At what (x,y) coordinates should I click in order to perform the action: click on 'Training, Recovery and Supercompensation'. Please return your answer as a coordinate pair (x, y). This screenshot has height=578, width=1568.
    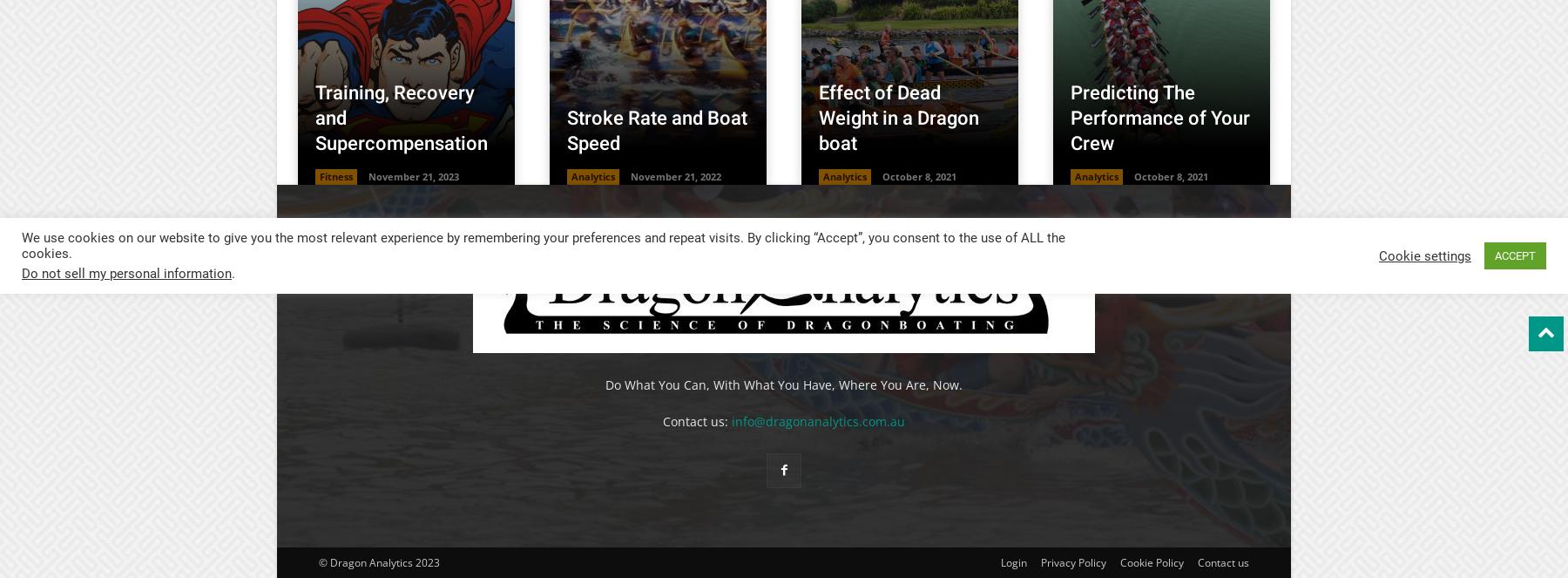
    Looking at the image, I should click on (400, 117).